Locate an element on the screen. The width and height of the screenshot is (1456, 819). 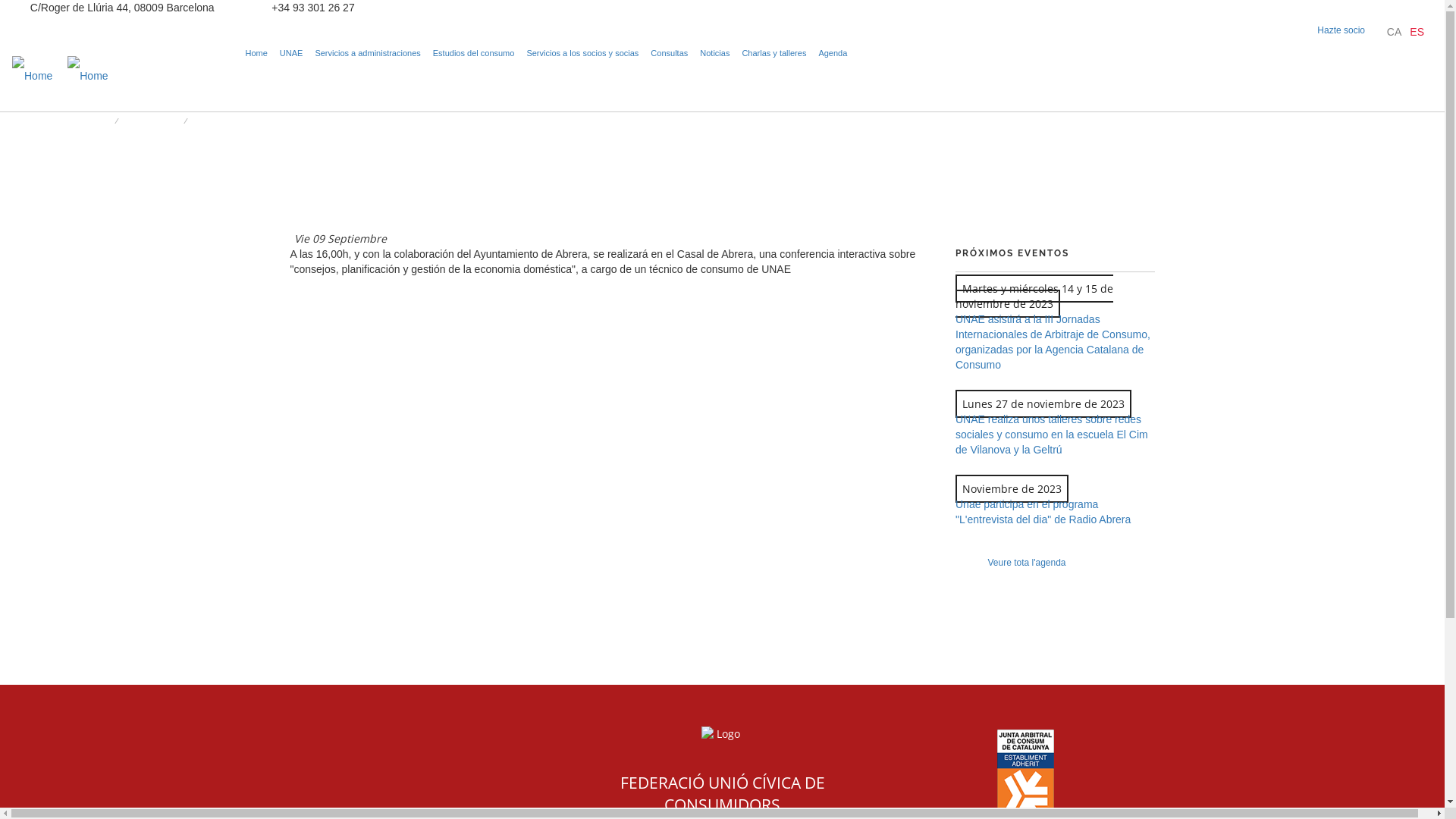
'Veure tota l'agenda' is located at coordinates (1027, 562).